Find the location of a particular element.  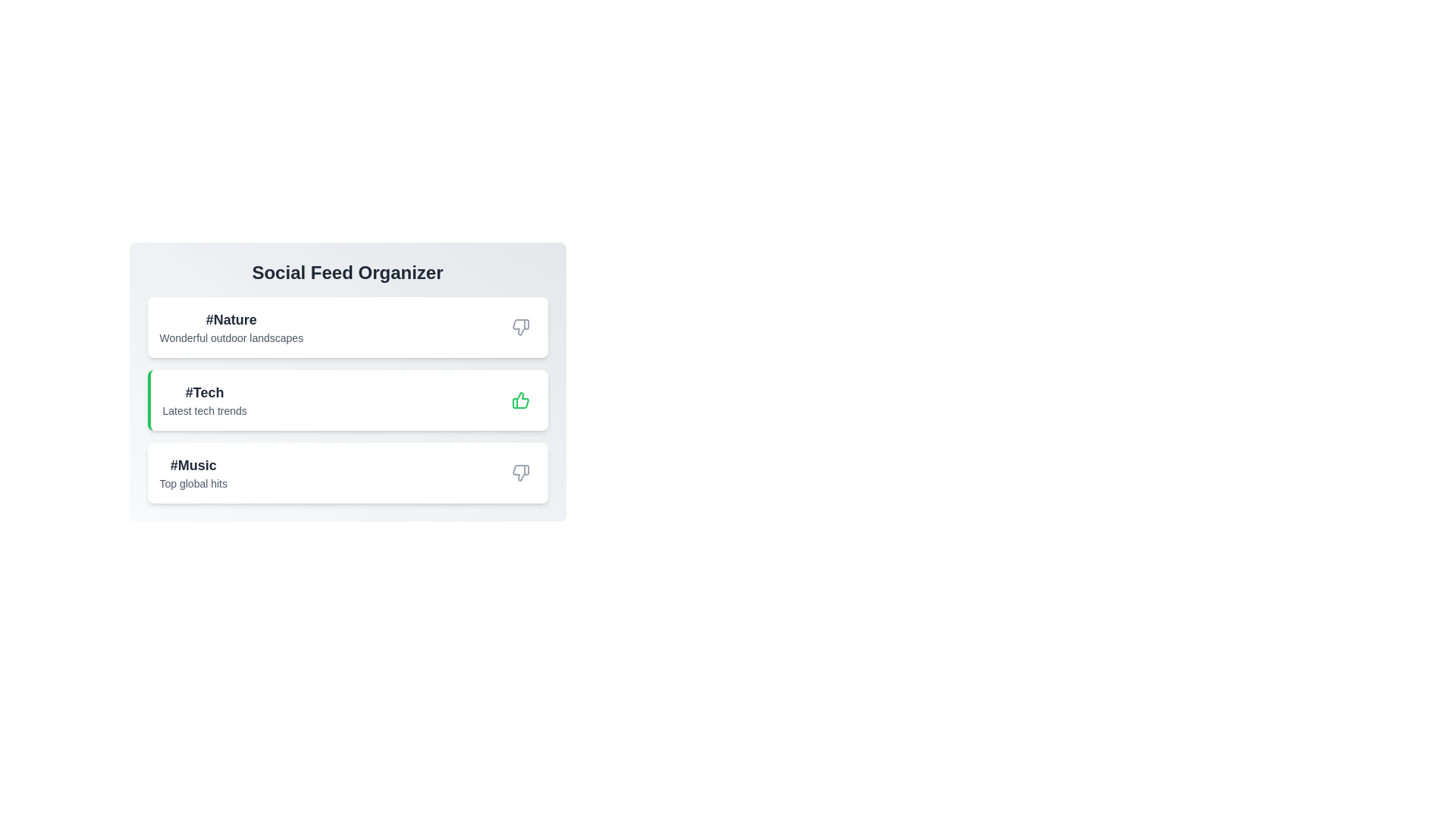

the category text Music to select it is located at coordinates (192, 464).